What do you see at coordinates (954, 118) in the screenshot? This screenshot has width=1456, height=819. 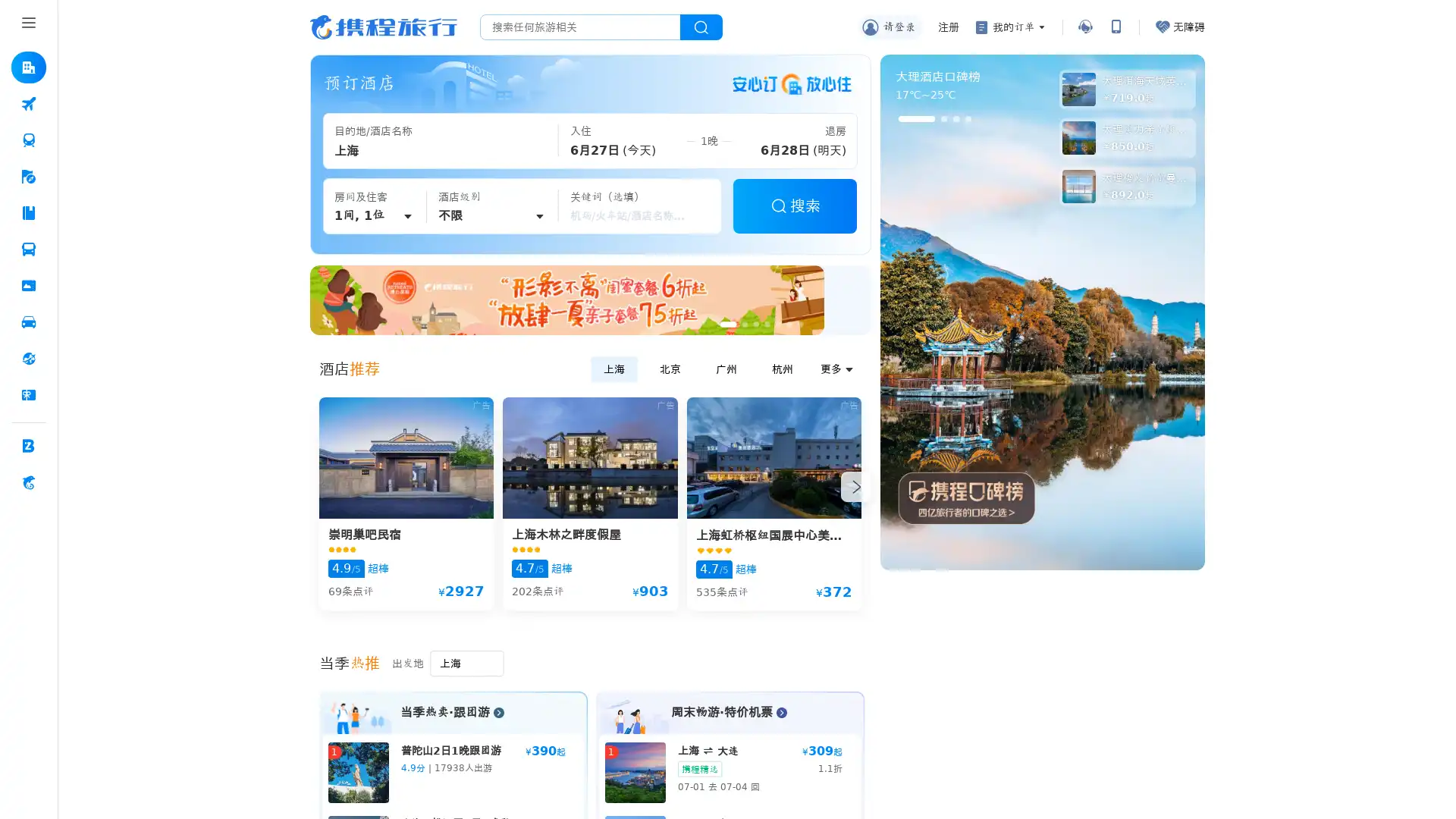 I see `Go to slide 3` at bounding box center [954, 118].